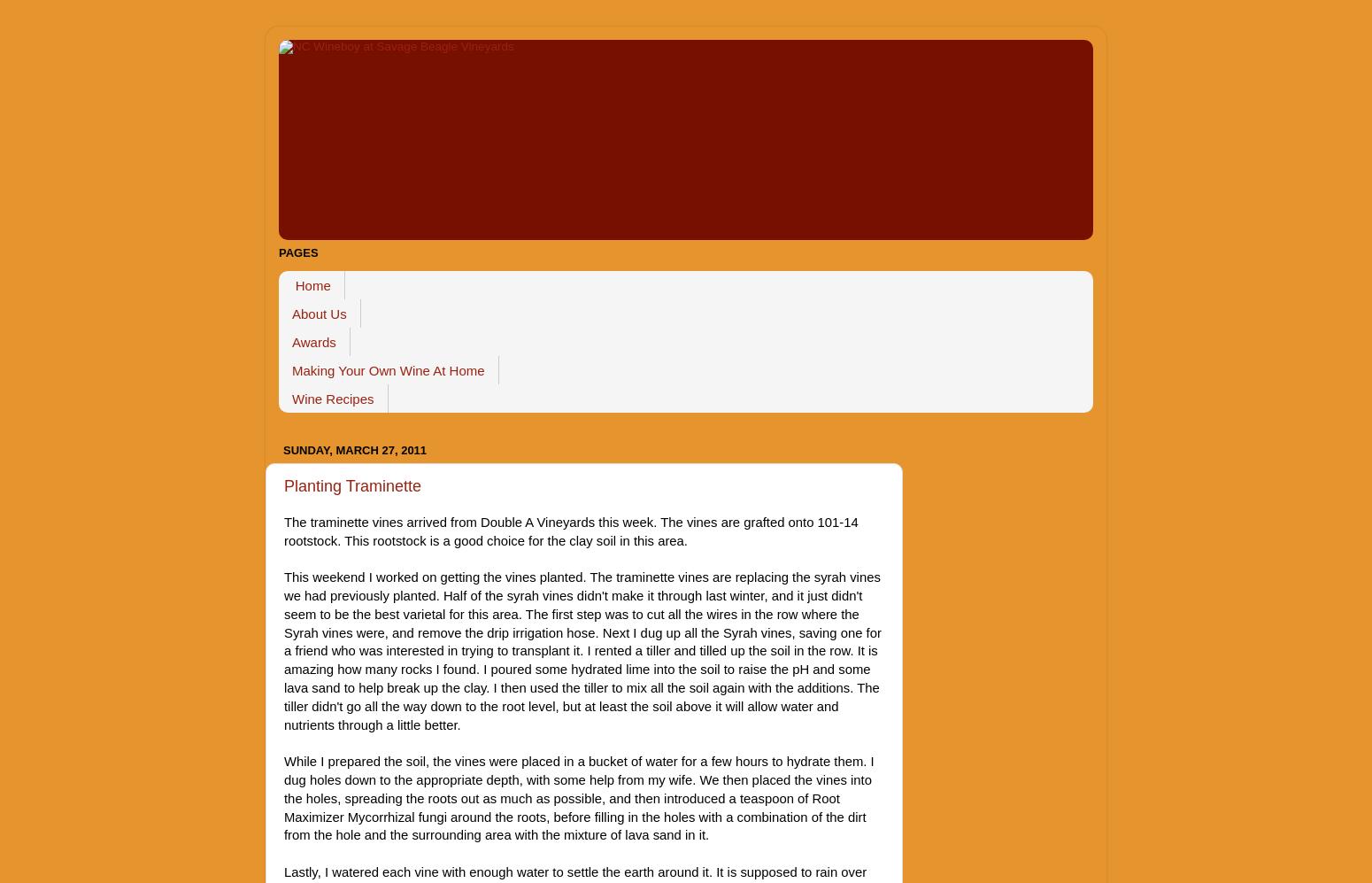  What do you see at coordinates (311, 283) in the screenshot?
I see `'Home'` at bounding box center [311, 283].